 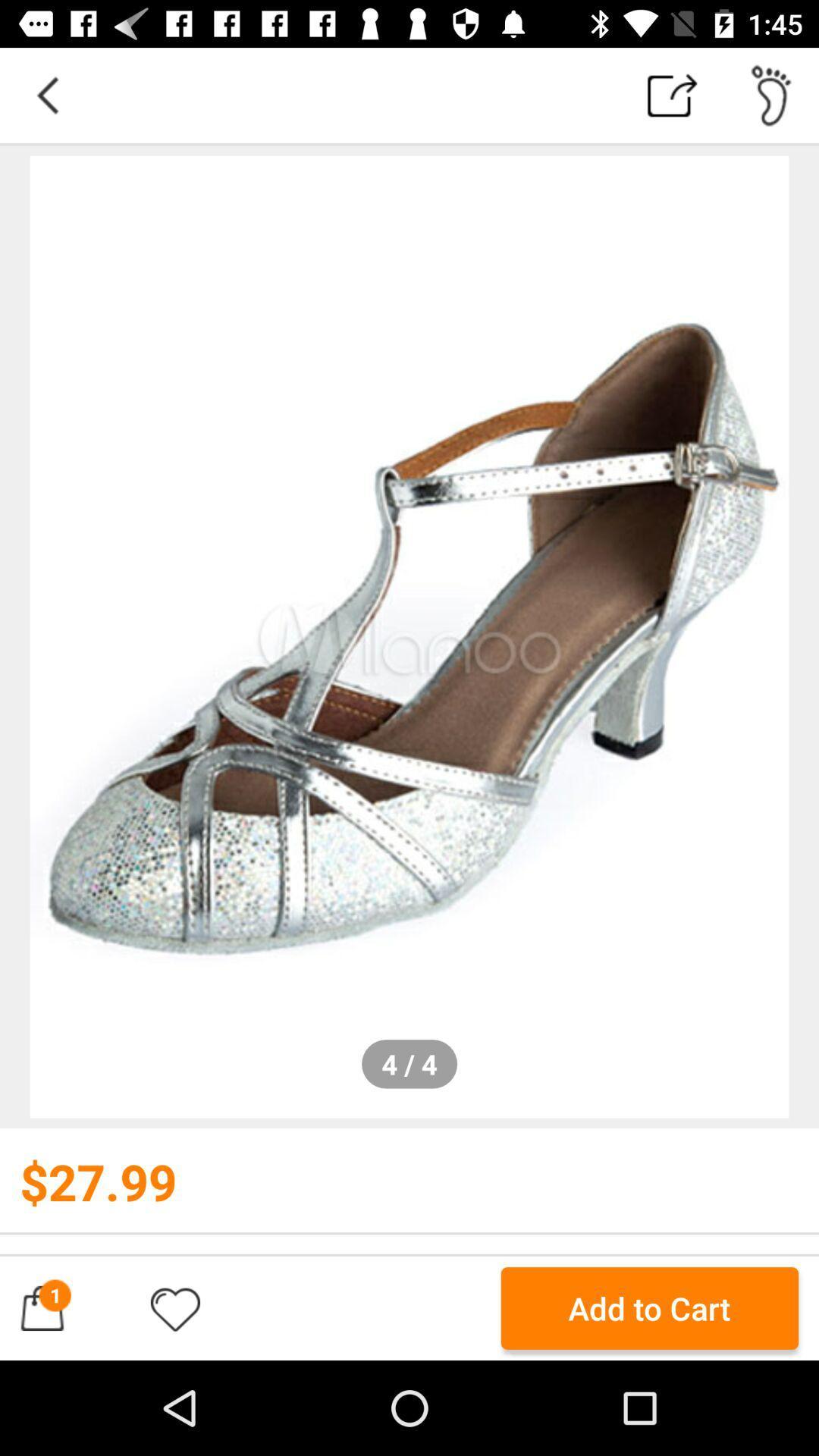 What do you see at coordinates (409, 637) in the screenshot?
I see `image 4/4` at bounding box center [409, 637].